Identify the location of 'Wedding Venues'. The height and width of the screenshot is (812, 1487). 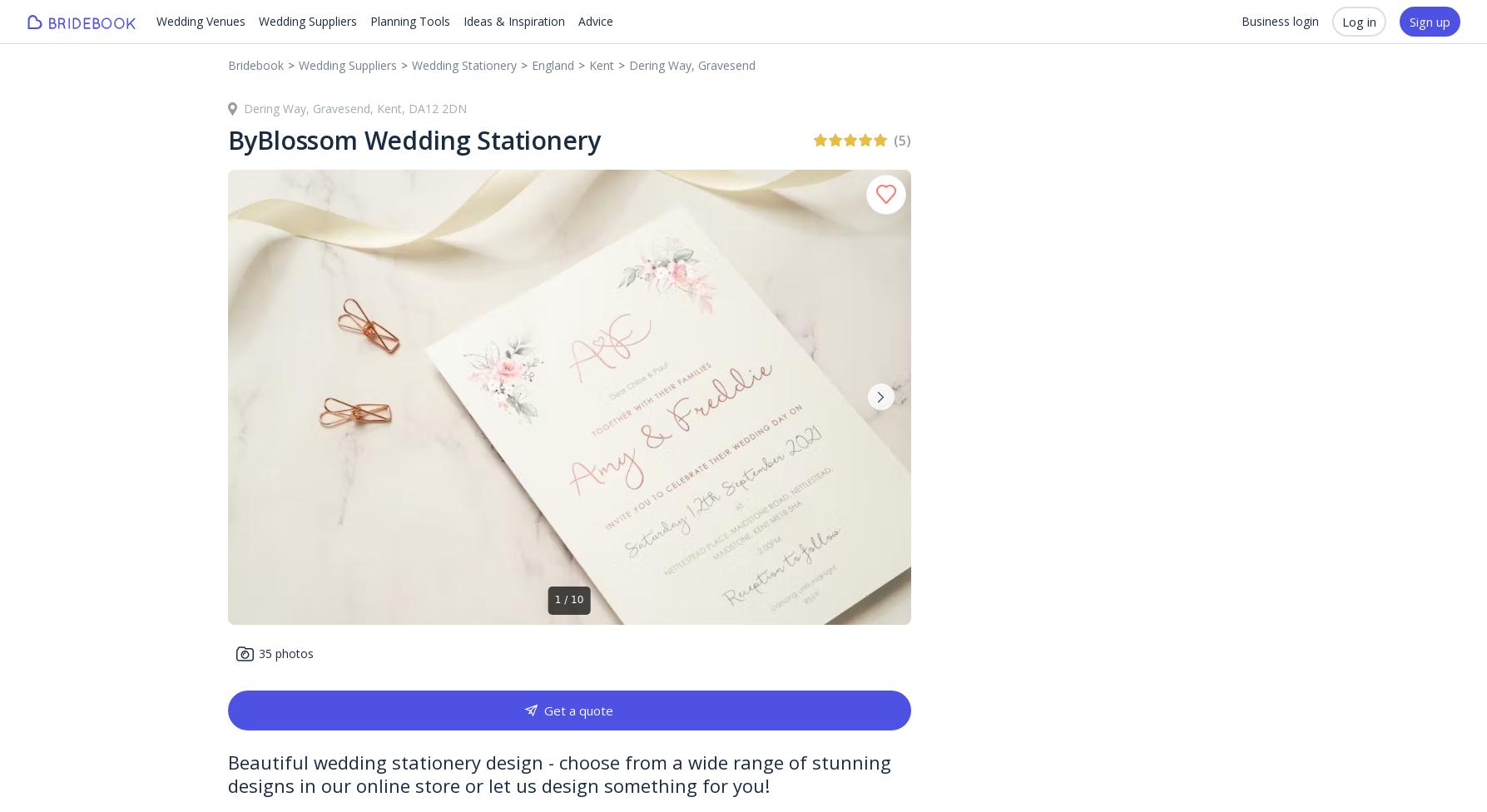
(200, 21).